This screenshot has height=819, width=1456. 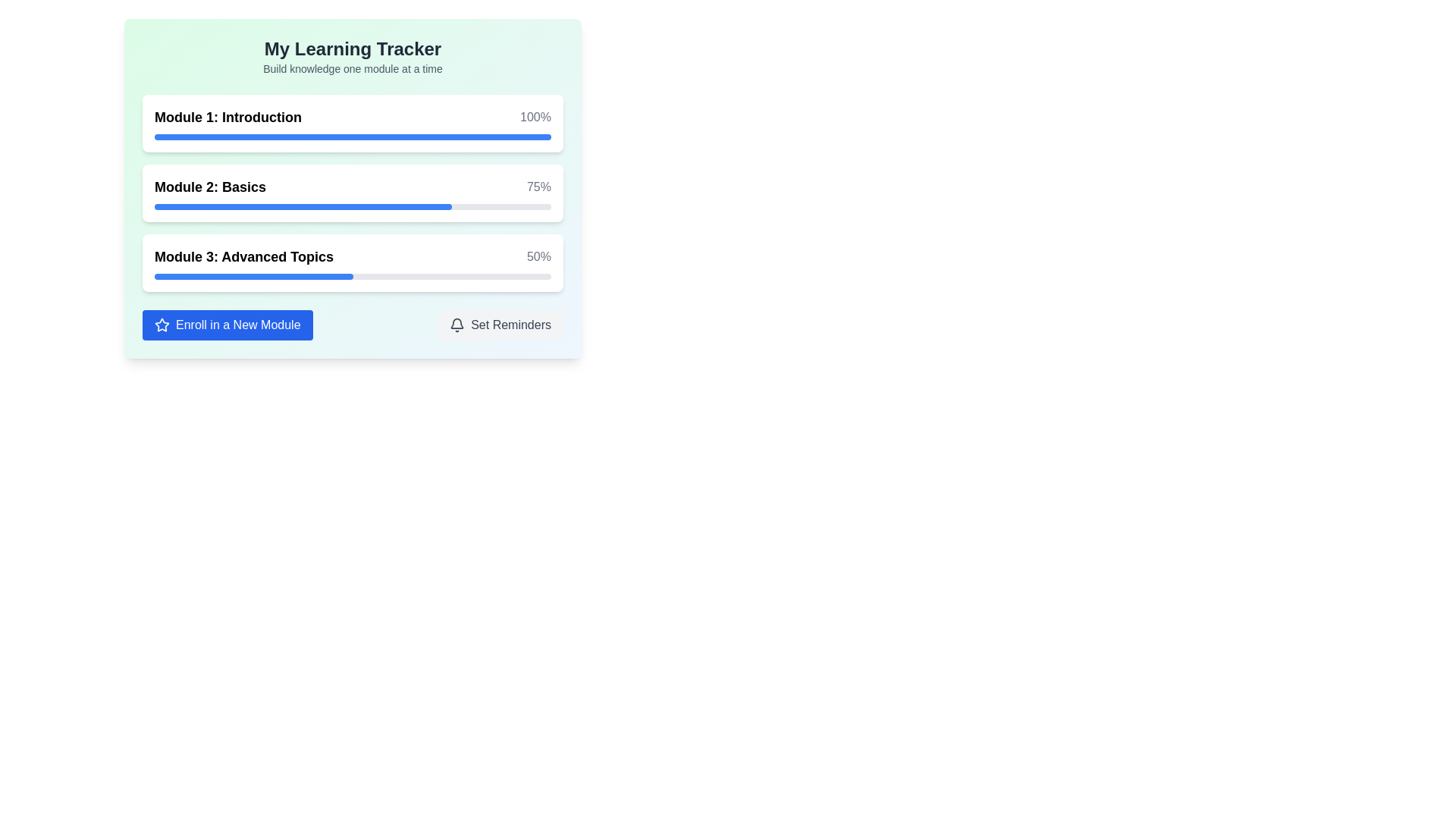 I want to click on the progress bar fill of 'Module 3: Advanced Topics' which is filled halfway with blue color, indicating 50% progress, so click(x=253, y=277).